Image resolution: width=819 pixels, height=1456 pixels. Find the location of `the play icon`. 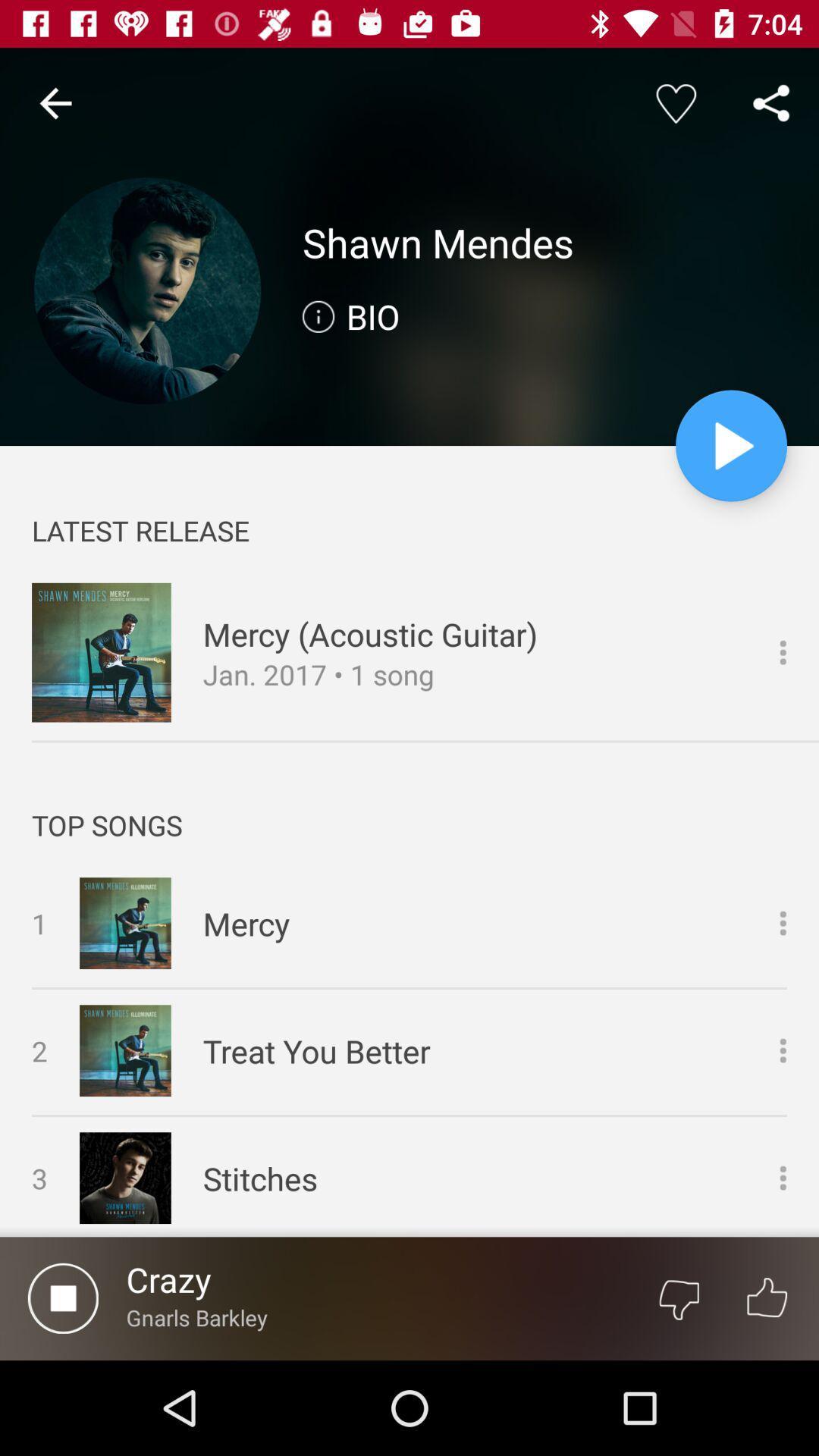

the play icon is located at coordinates (730, 445).